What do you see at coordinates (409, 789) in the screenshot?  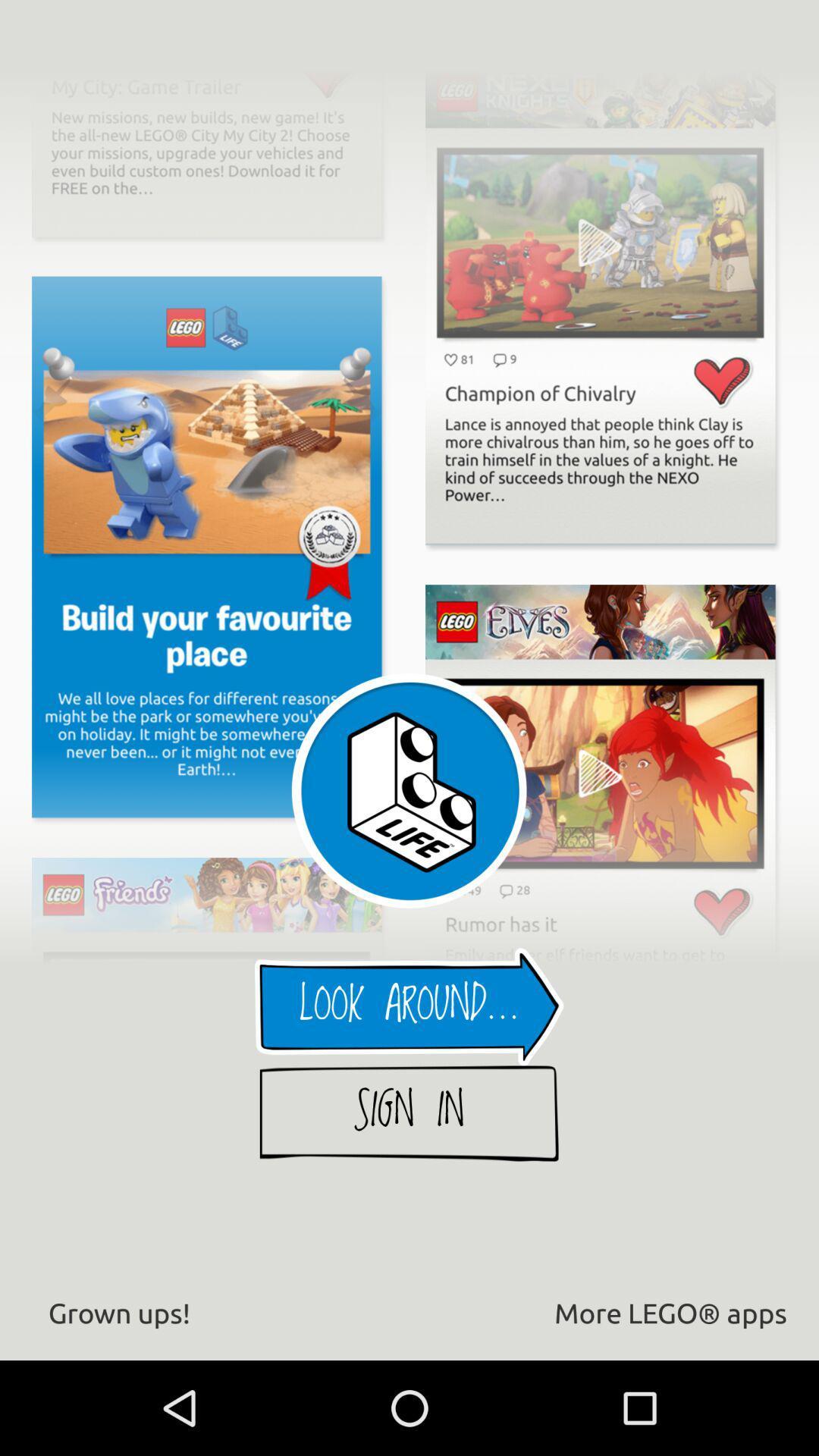 I see `the life image which is above the look around` at bounding box center [409, 789].